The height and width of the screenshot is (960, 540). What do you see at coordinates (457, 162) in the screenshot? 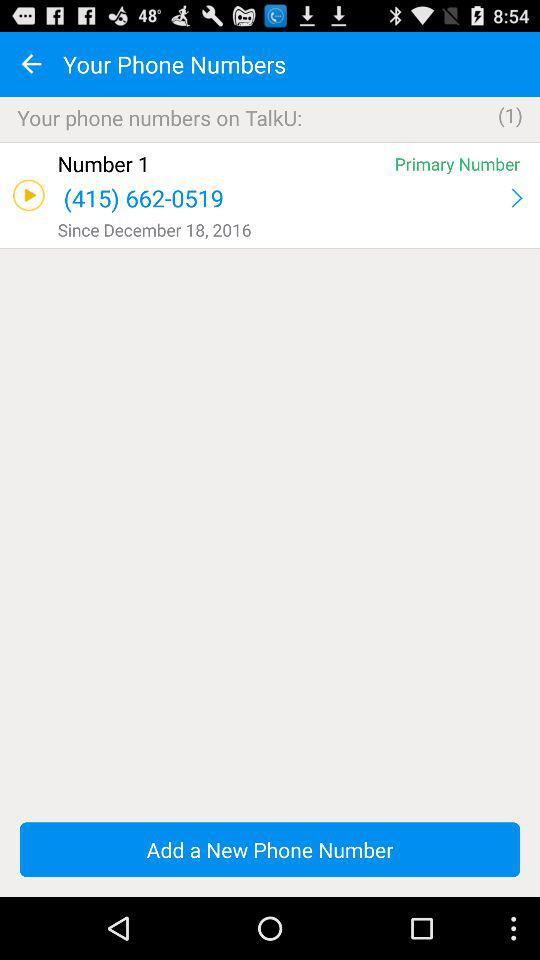
I see `item to the right of the number 1 icon` at bounding box center [457, 162].